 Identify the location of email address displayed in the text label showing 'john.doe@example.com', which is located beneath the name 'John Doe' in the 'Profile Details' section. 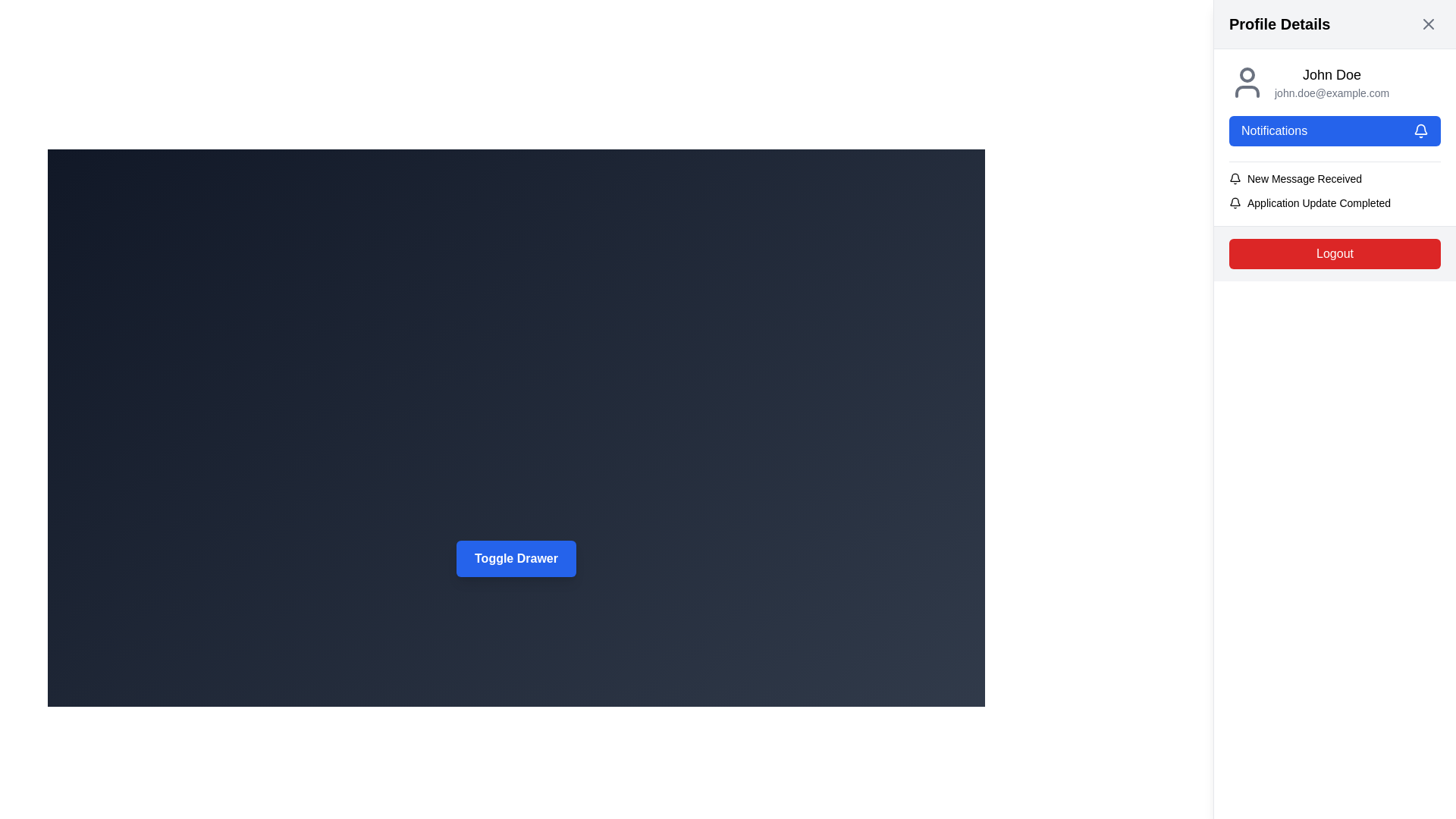
(1331, 93).